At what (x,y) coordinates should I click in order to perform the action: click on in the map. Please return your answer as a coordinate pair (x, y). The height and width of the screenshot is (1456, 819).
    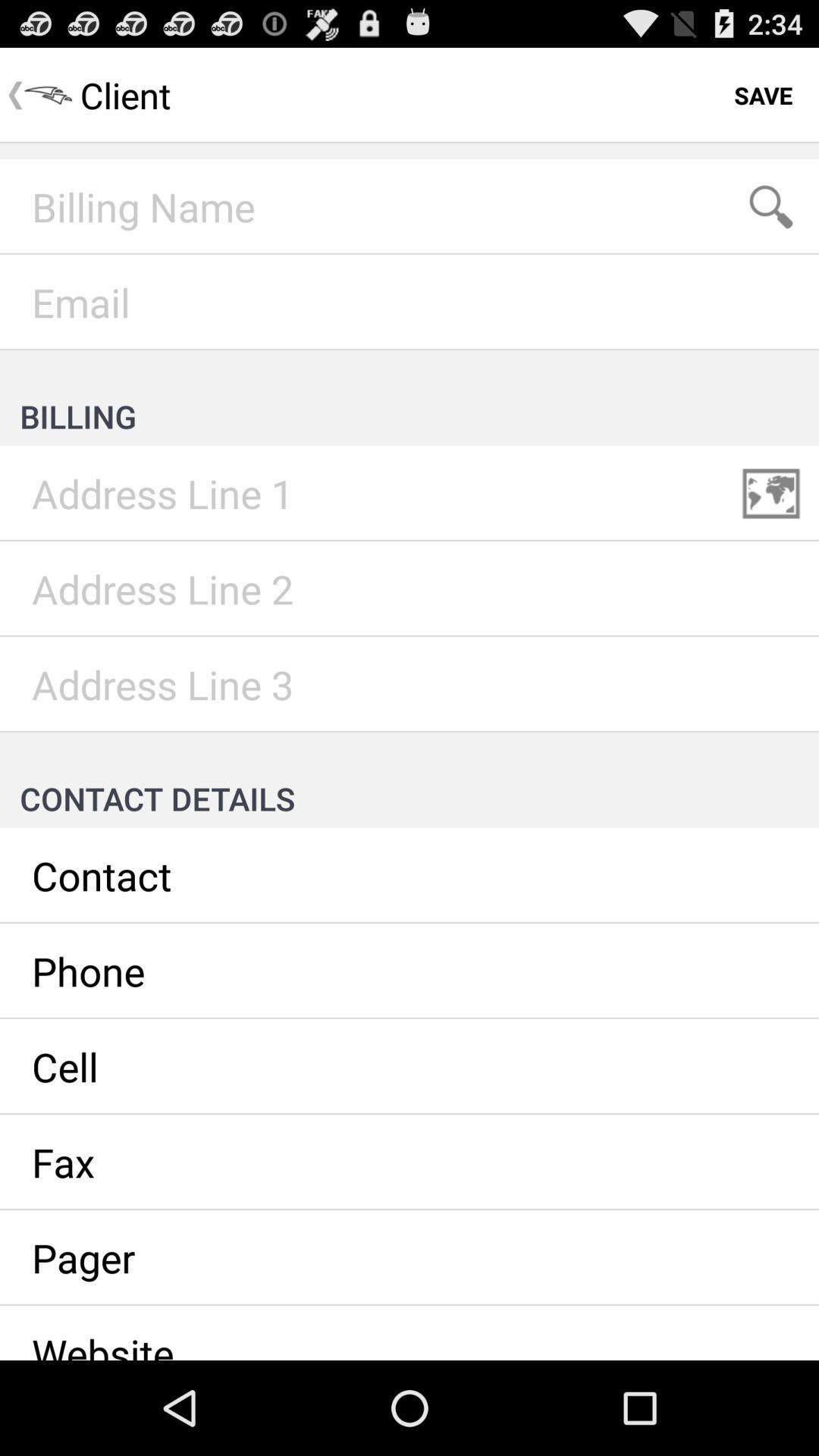
    Looking at the image, I should click on (771, 494).